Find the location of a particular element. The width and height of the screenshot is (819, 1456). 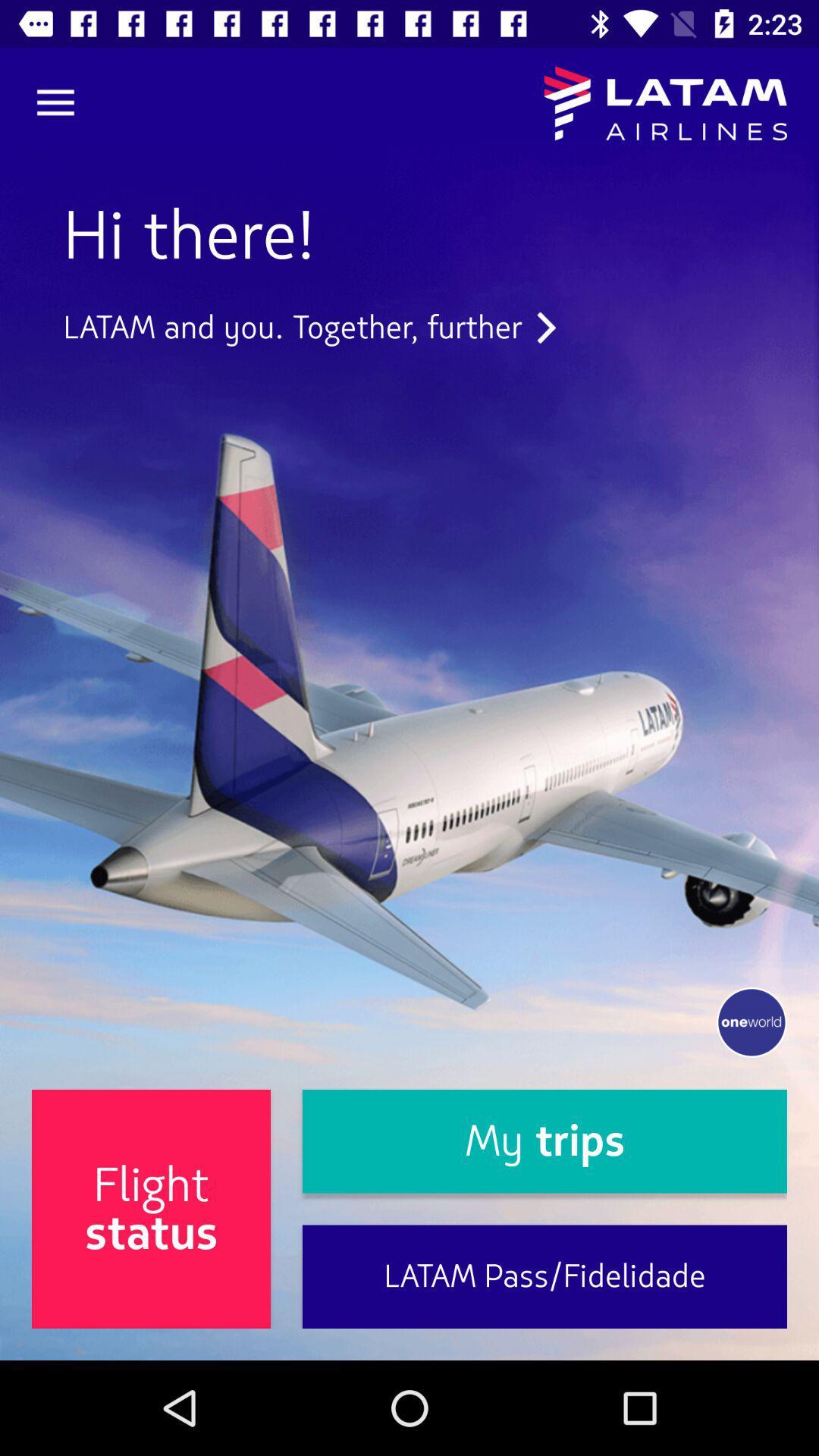

the icon at the top left corner is located at coordinates (55, 102).